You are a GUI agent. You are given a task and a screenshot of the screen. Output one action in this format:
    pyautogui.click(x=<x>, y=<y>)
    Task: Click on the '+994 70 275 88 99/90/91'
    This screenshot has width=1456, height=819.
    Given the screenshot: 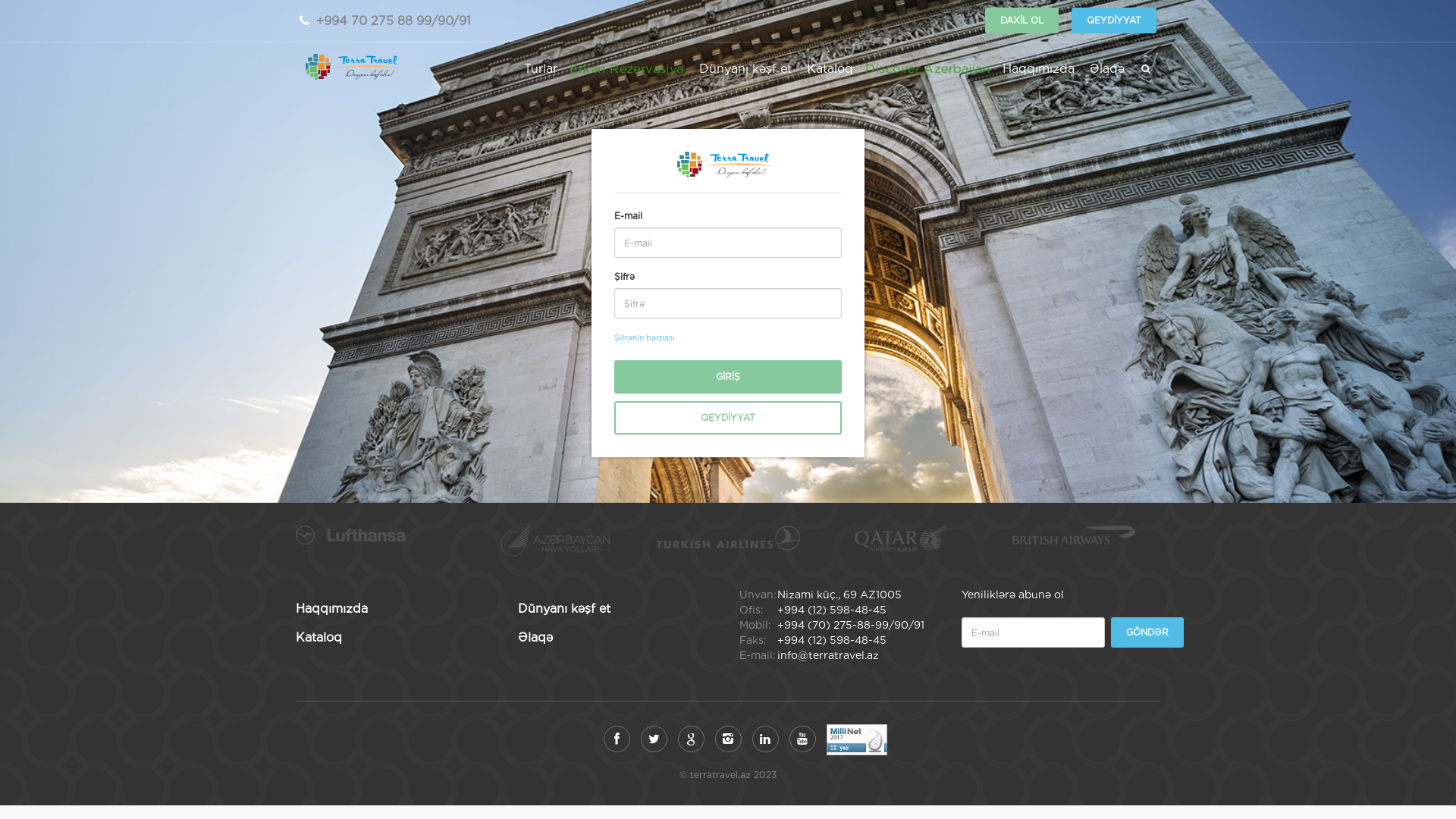 What is the action you would take?
    pyautogui.click(x=393, y=20)
    